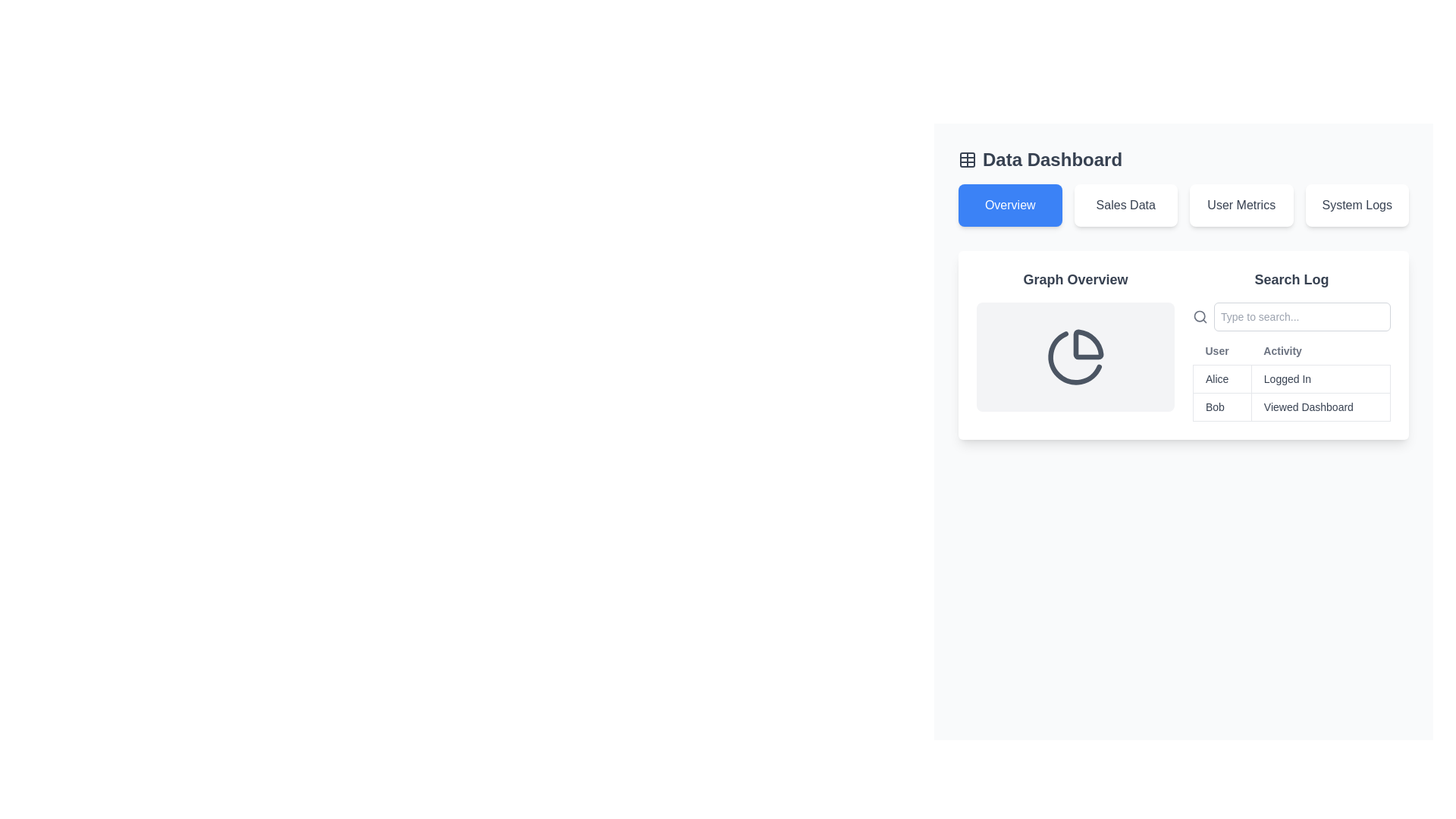 The width and height of the screenshot is (1456, 819). I want to click on the Text Label that serves as the header column label in the 'Search Log' table, providing context about the data listed in the left column, so click(1222, 351).